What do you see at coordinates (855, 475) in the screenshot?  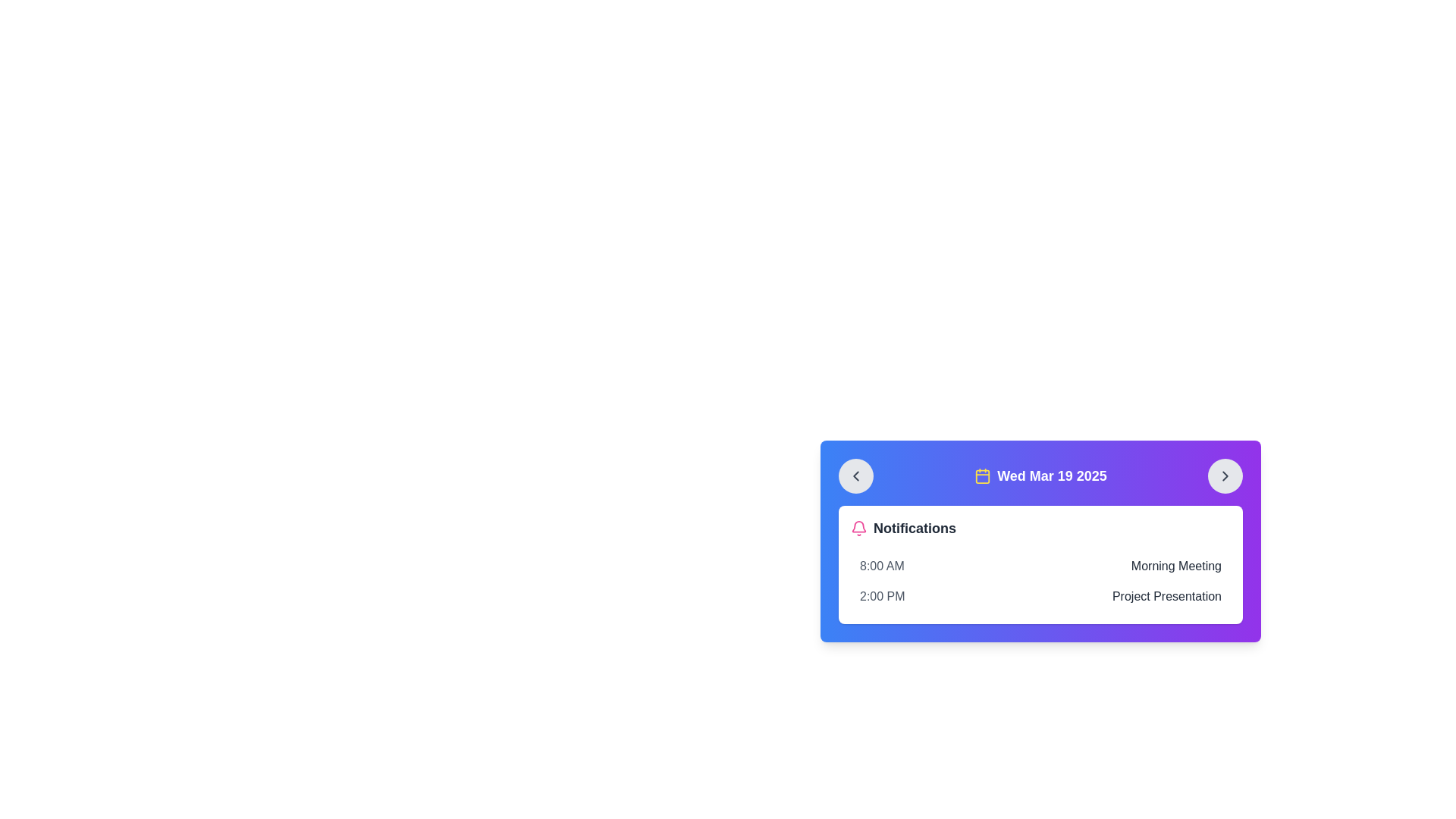 I see `the left-pointing arrow icon located in the top-right corner of the card interface` at bounding box center [855, 475].